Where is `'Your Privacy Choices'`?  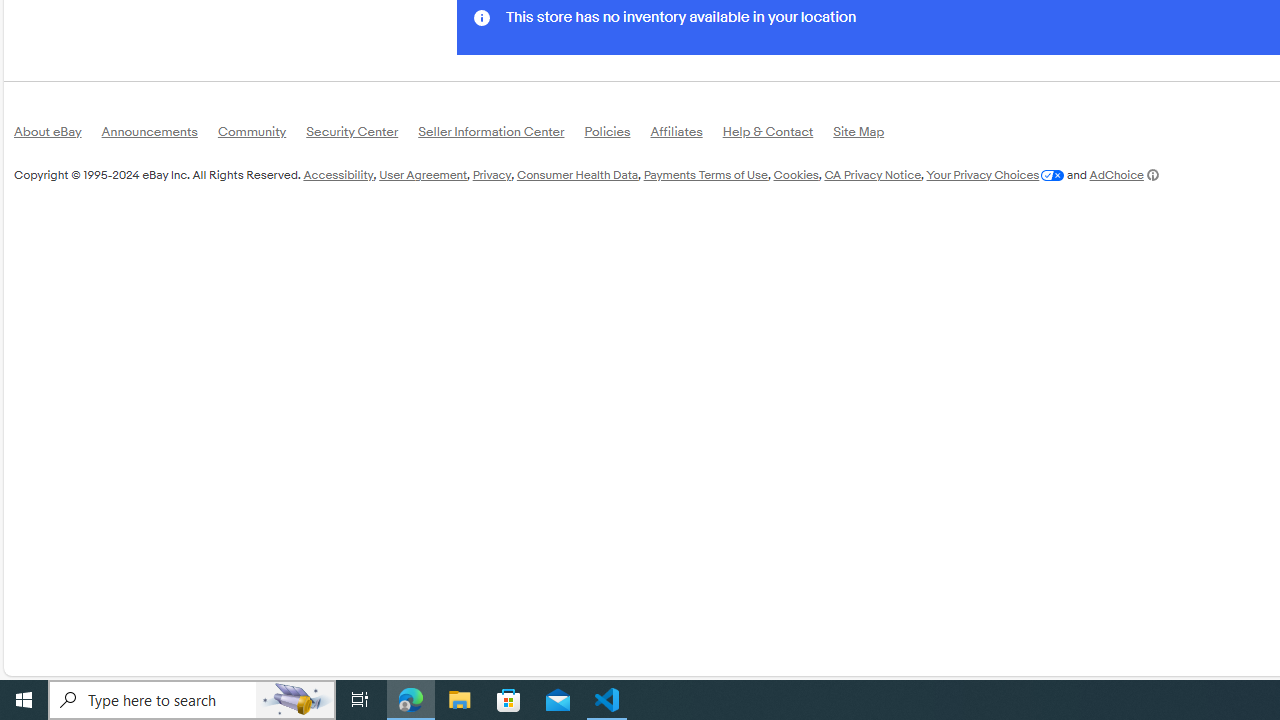
'Your Privacy Choices' is located at coordinates (995, 173).